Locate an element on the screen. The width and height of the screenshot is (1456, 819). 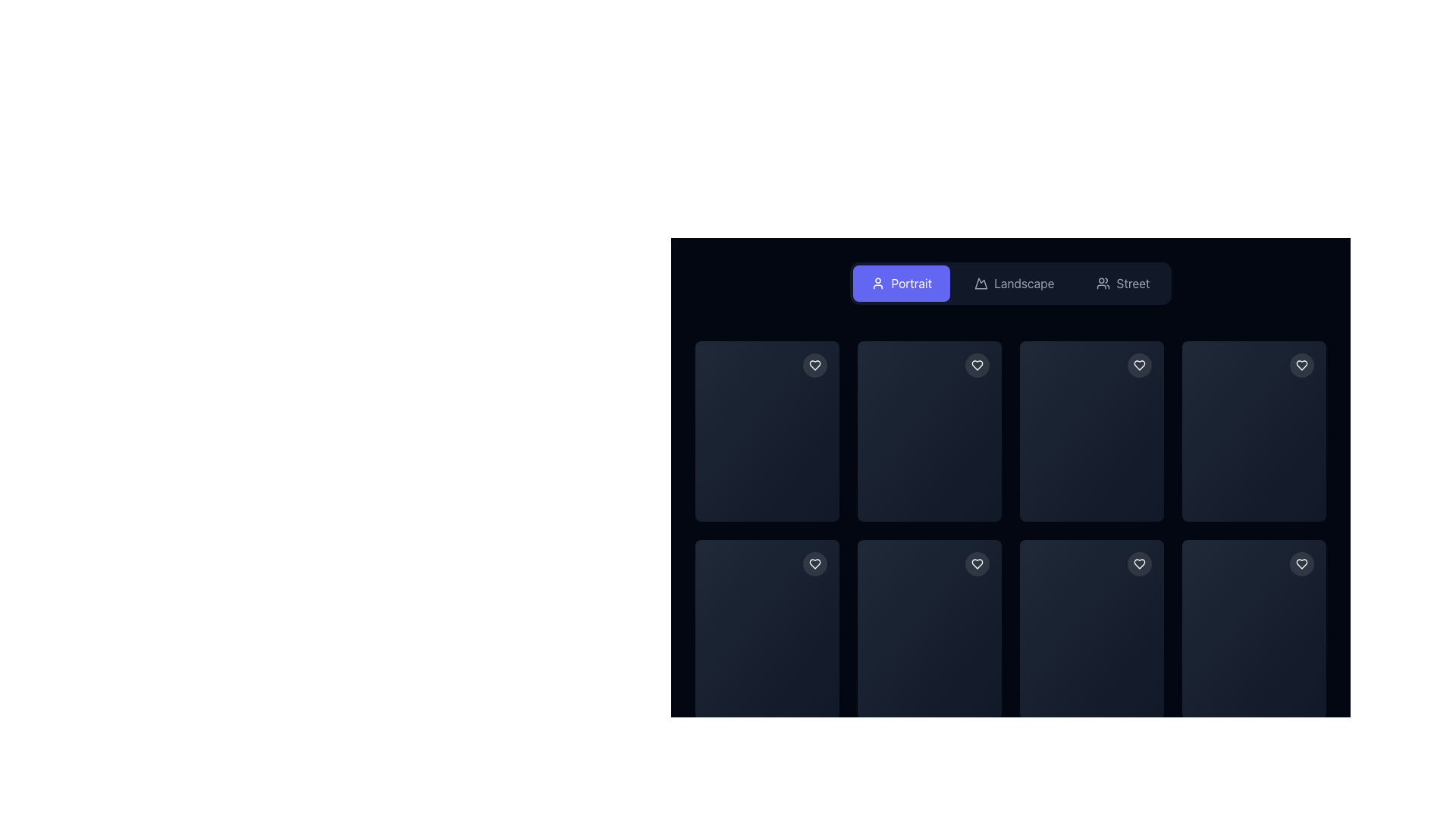
the Interactive icon located in the top-right corner of the vertical card layout is located at coordinates (1139, 563).